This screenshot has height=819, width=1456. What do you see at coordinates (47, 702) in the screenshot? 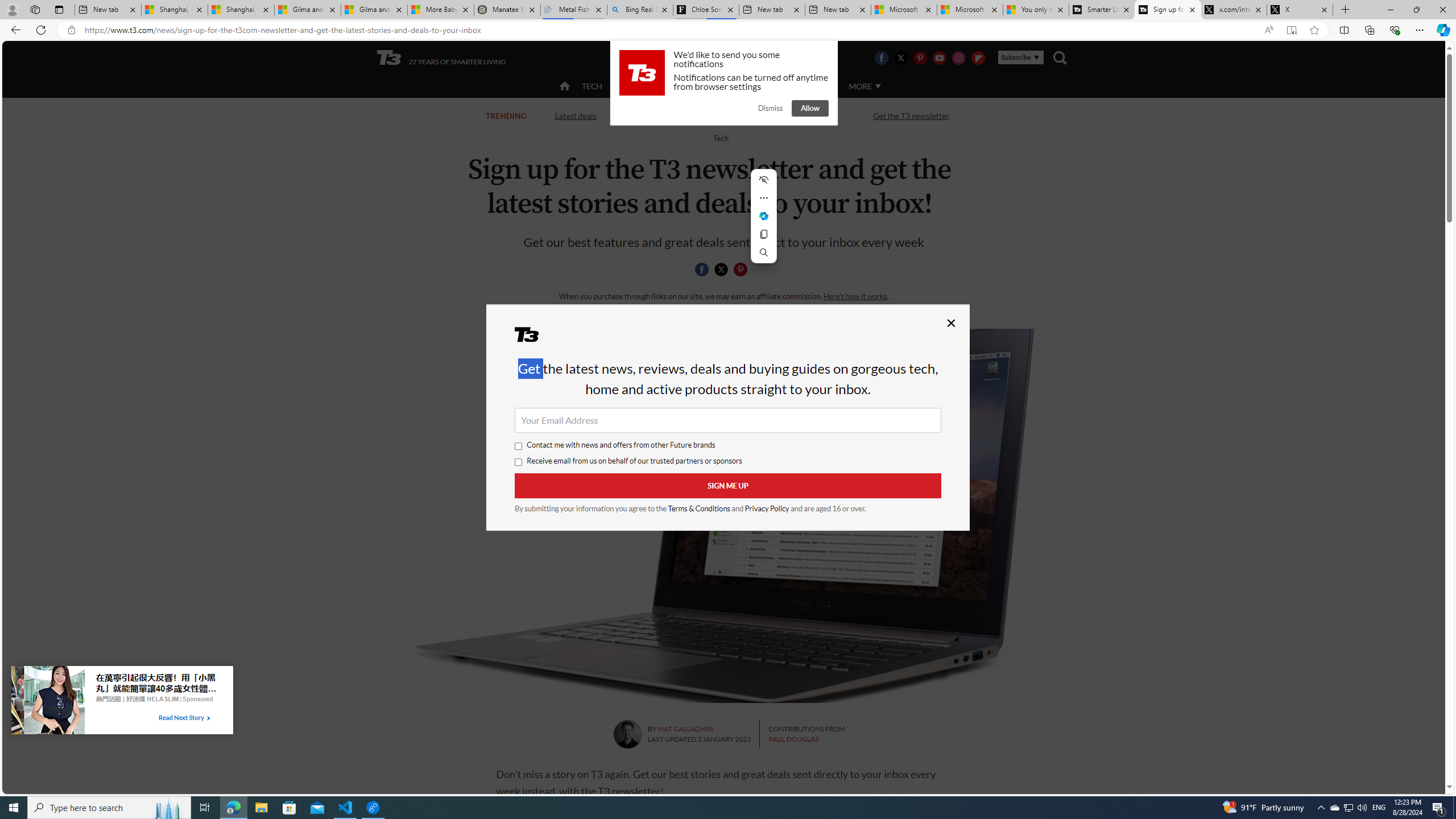
I see `'Image for Taboola Advertising Unit'` at bounding box center [47, 702].